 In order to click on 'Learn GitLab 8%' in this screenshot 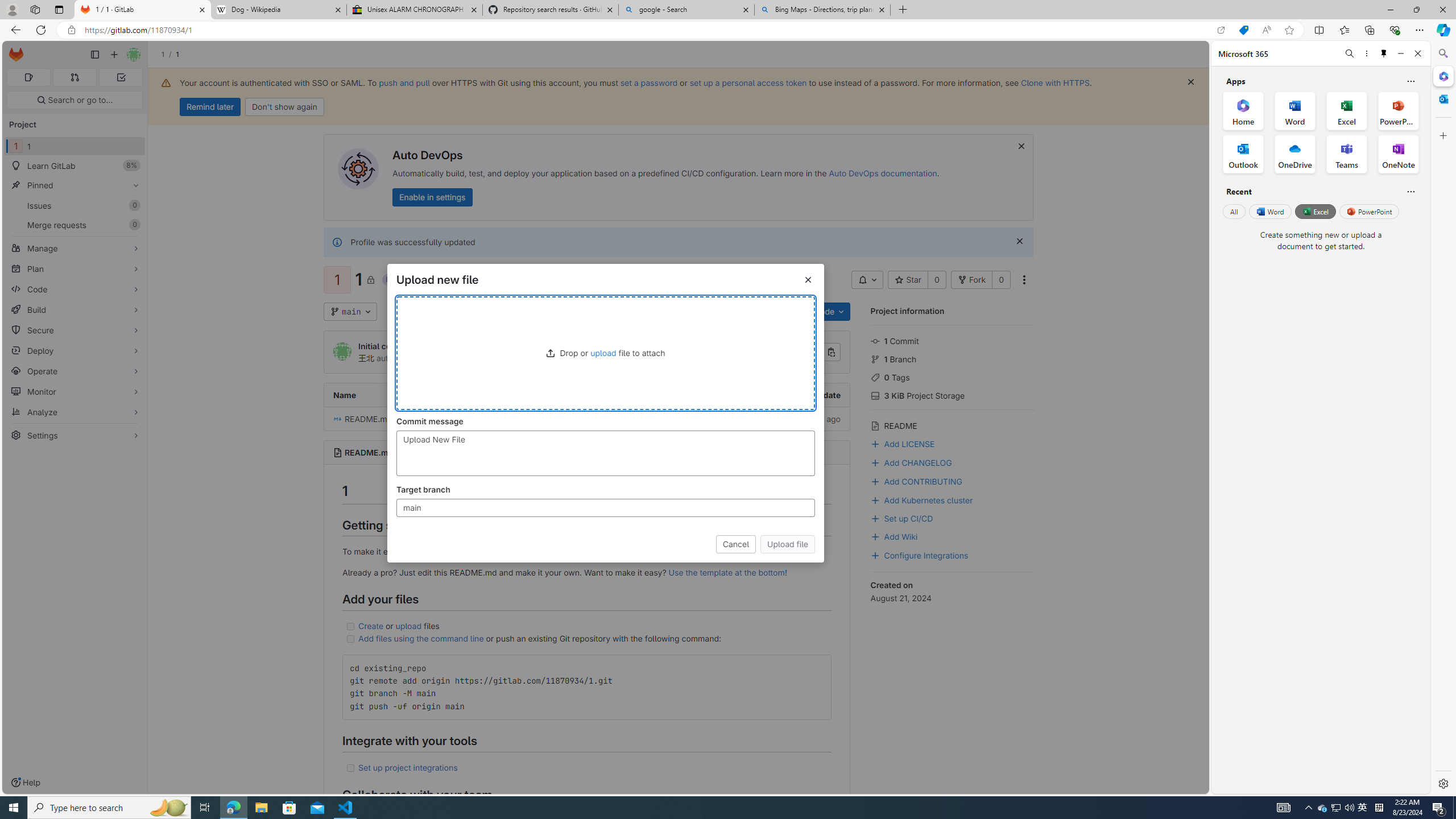, I will do `click(74, 166)`.